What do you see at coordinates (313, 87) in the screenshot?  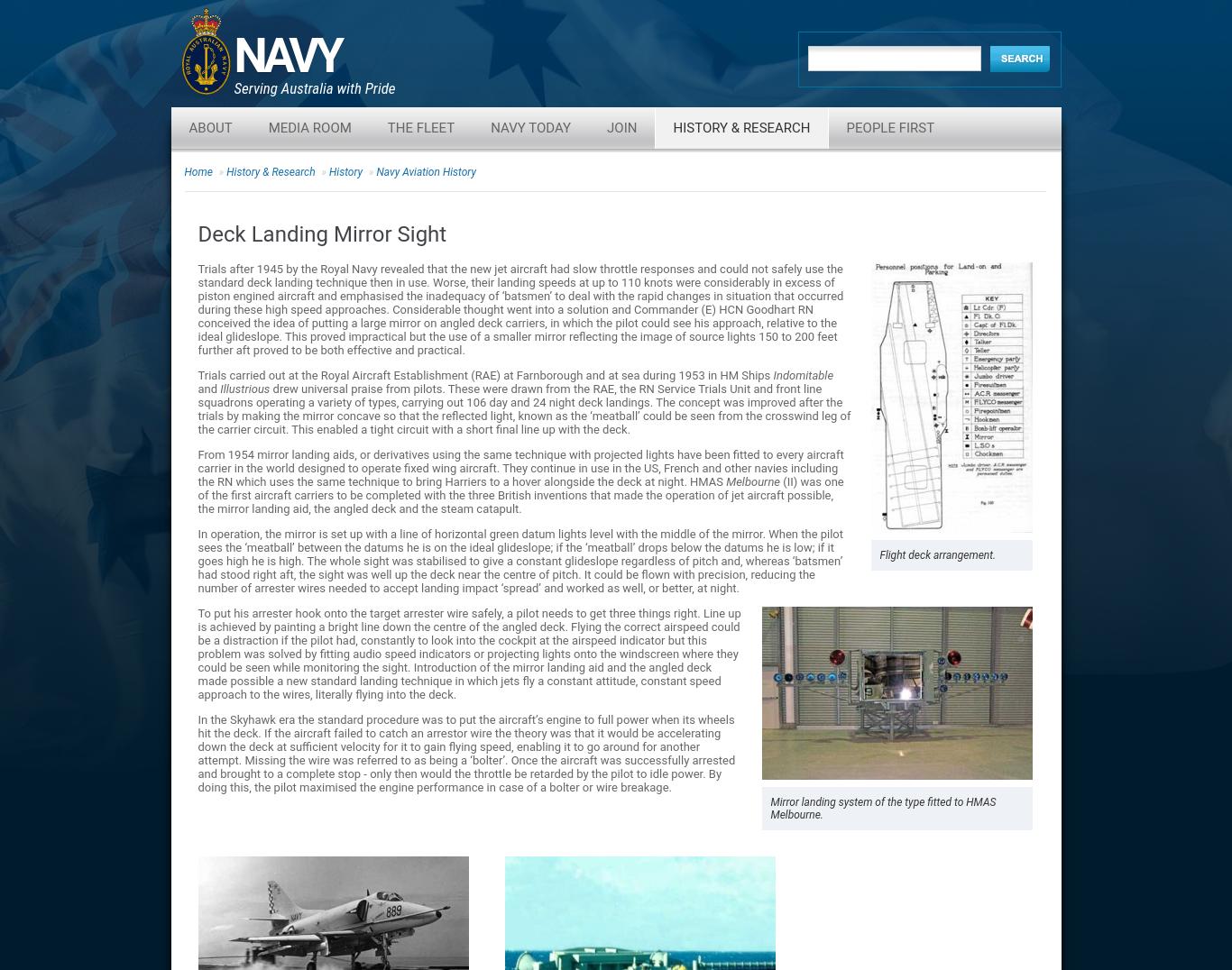 I see `'Serving Australia with Pride'` at bounding box center [313, 87].